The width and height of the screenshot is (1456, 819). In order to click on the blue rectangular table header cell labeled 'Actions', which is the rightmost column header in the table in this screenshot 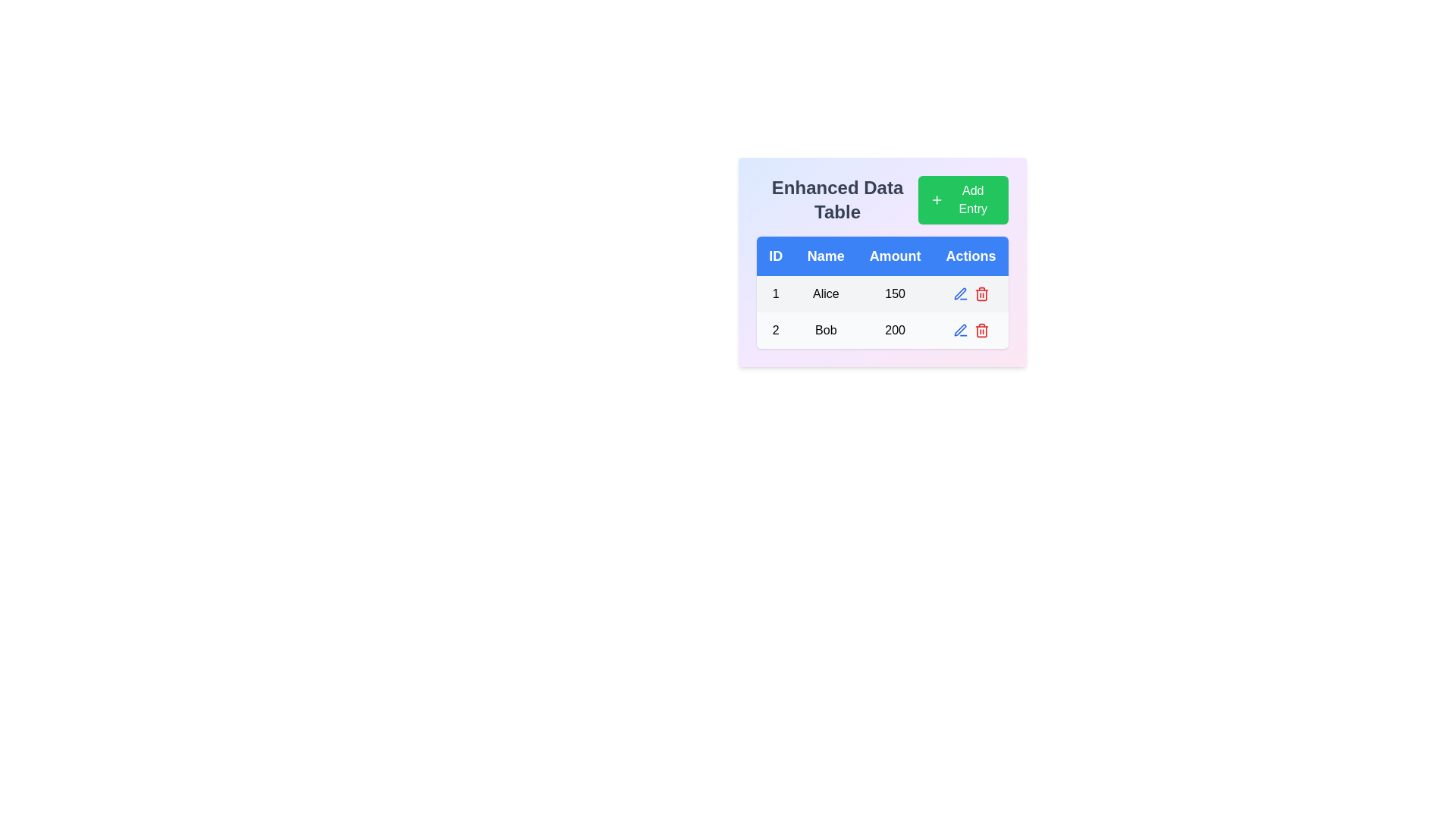, I will do `click(971, 256)`.